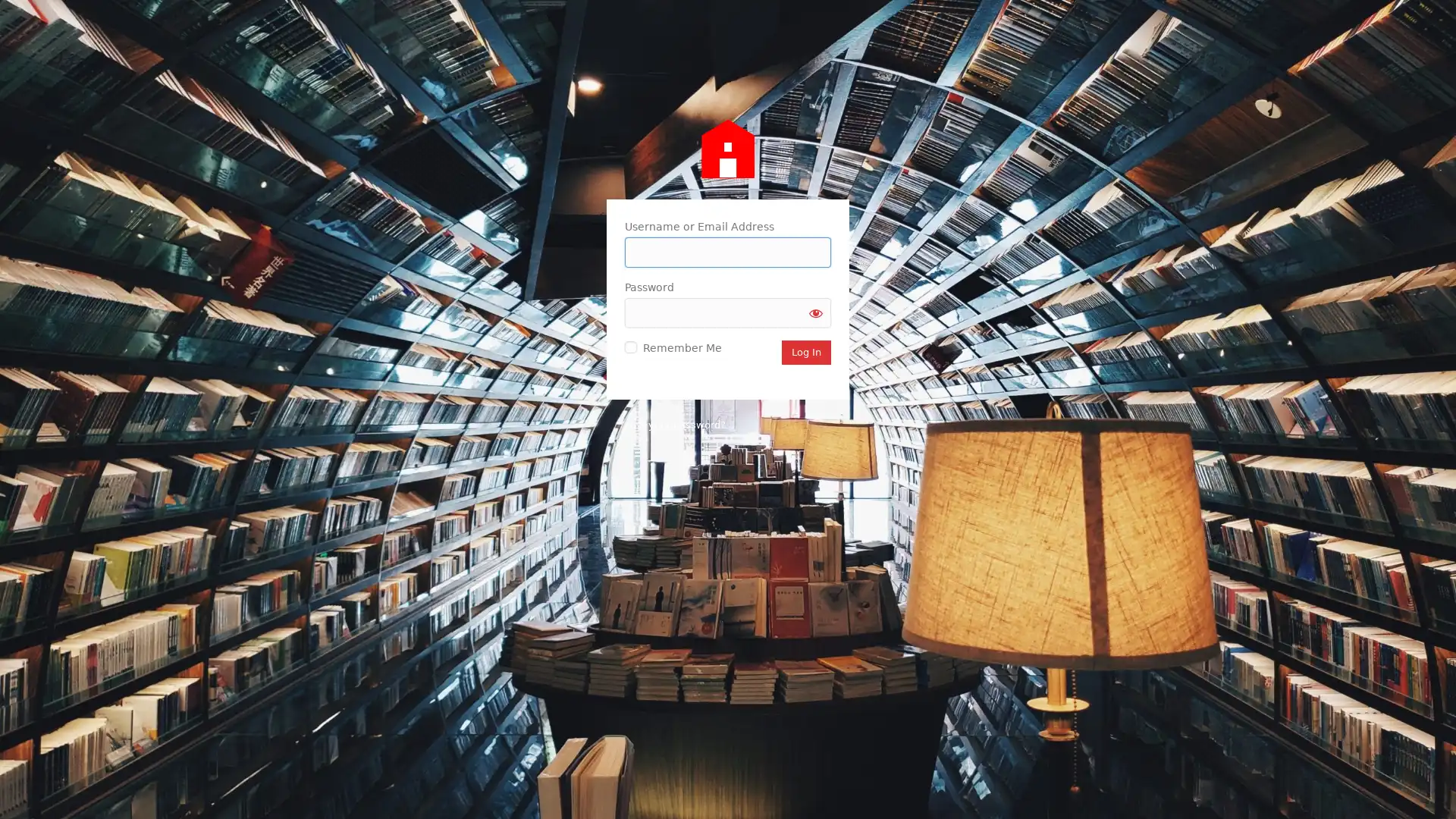 Image resolution: width=1456 pixels, height=819 pixels. What do you see at coordinates (805, 351) in the screenshot?
I see `Log In` at bounding box center [805, 351].